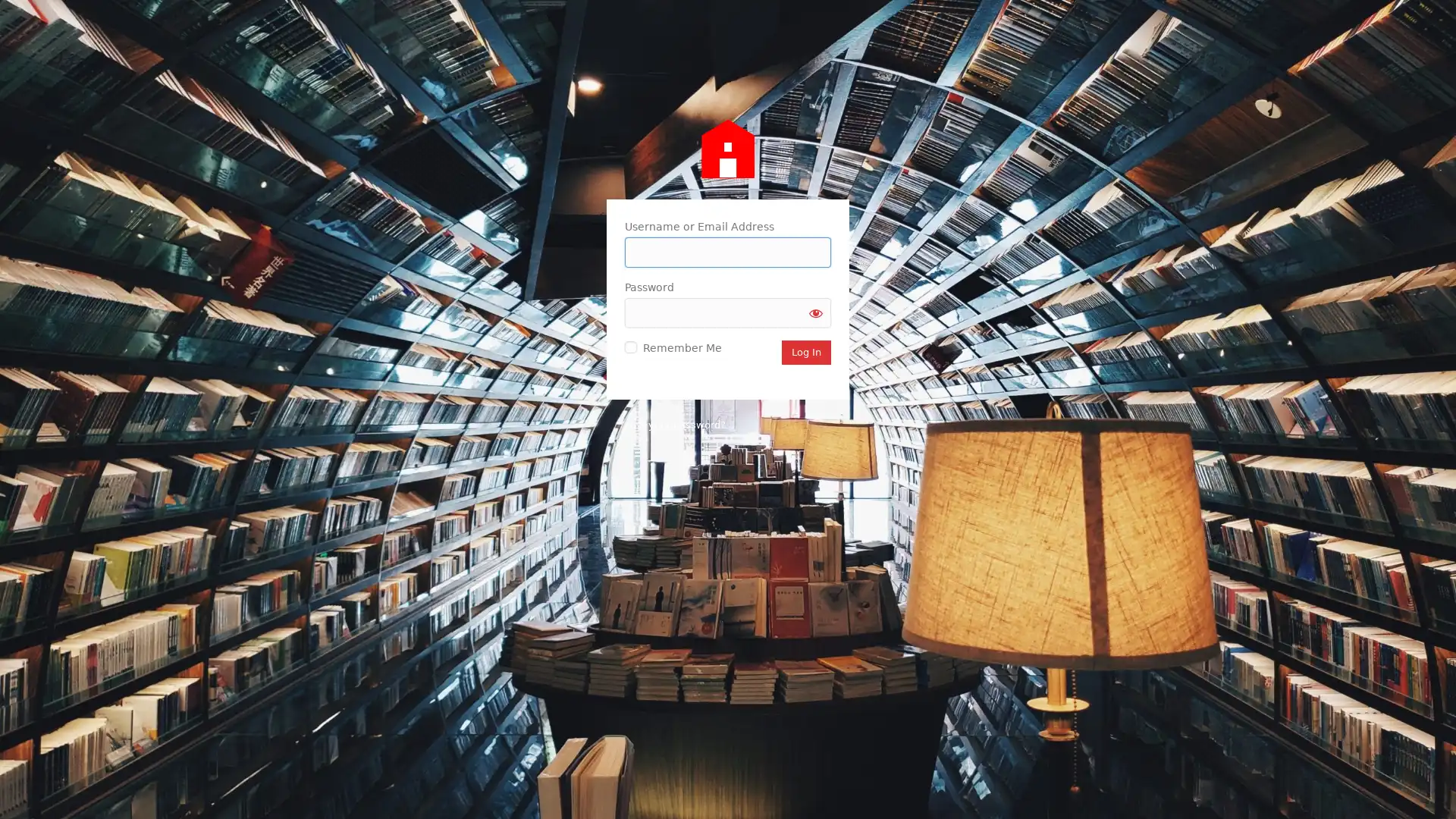 Image resolution: width=1456 pixels, height=819 pixels. What do you see at coordinates (805, 351) in the screenshot?
I see `Log In` at bounding box center [805, 351].